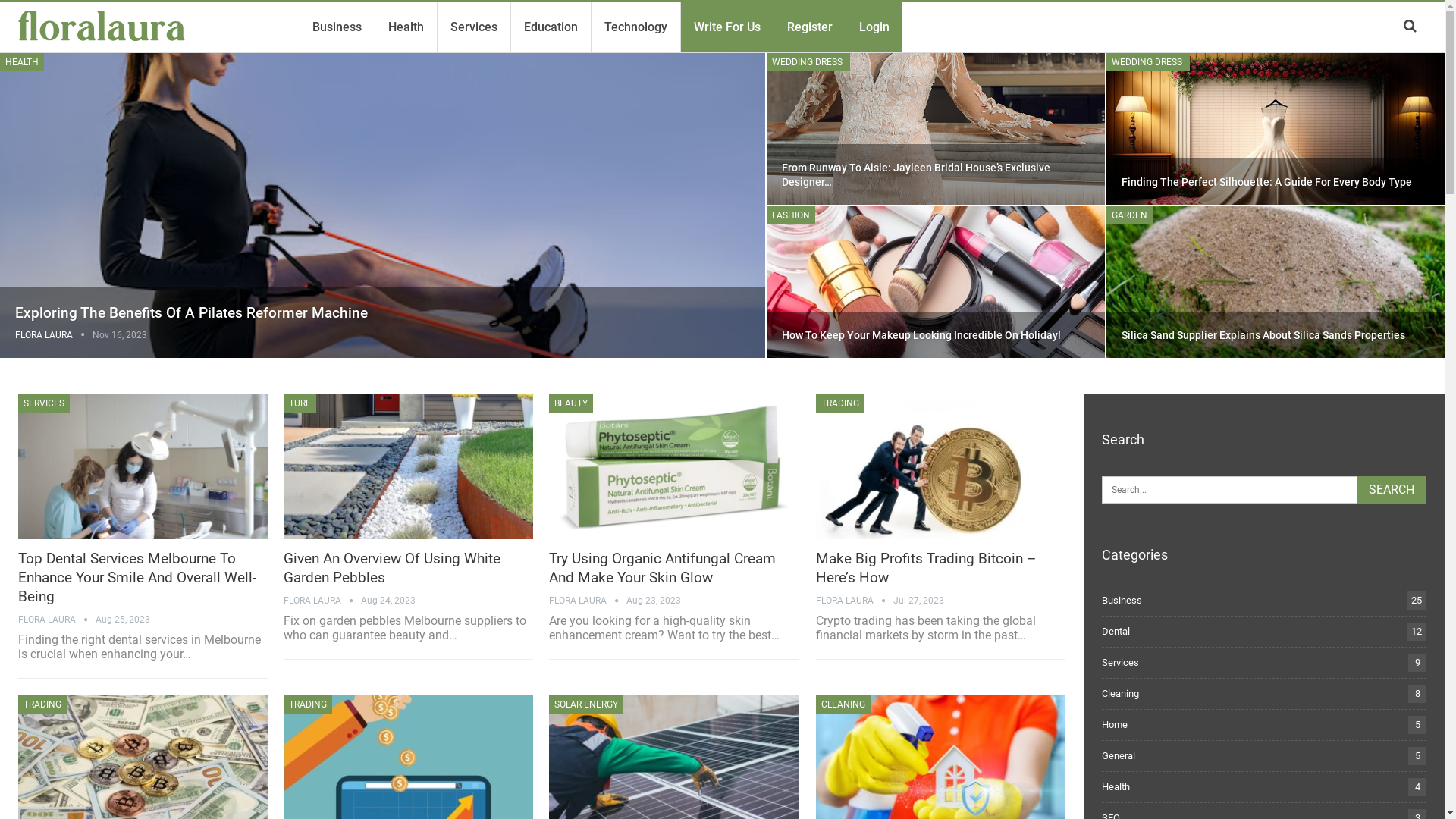 Image resolution: width=1456 pixels, height=819 pixels. What do you see at coordinates (57, 620) in the screenshot?
I see `'FLORA LAURA'` at bounding box center [57, 620].